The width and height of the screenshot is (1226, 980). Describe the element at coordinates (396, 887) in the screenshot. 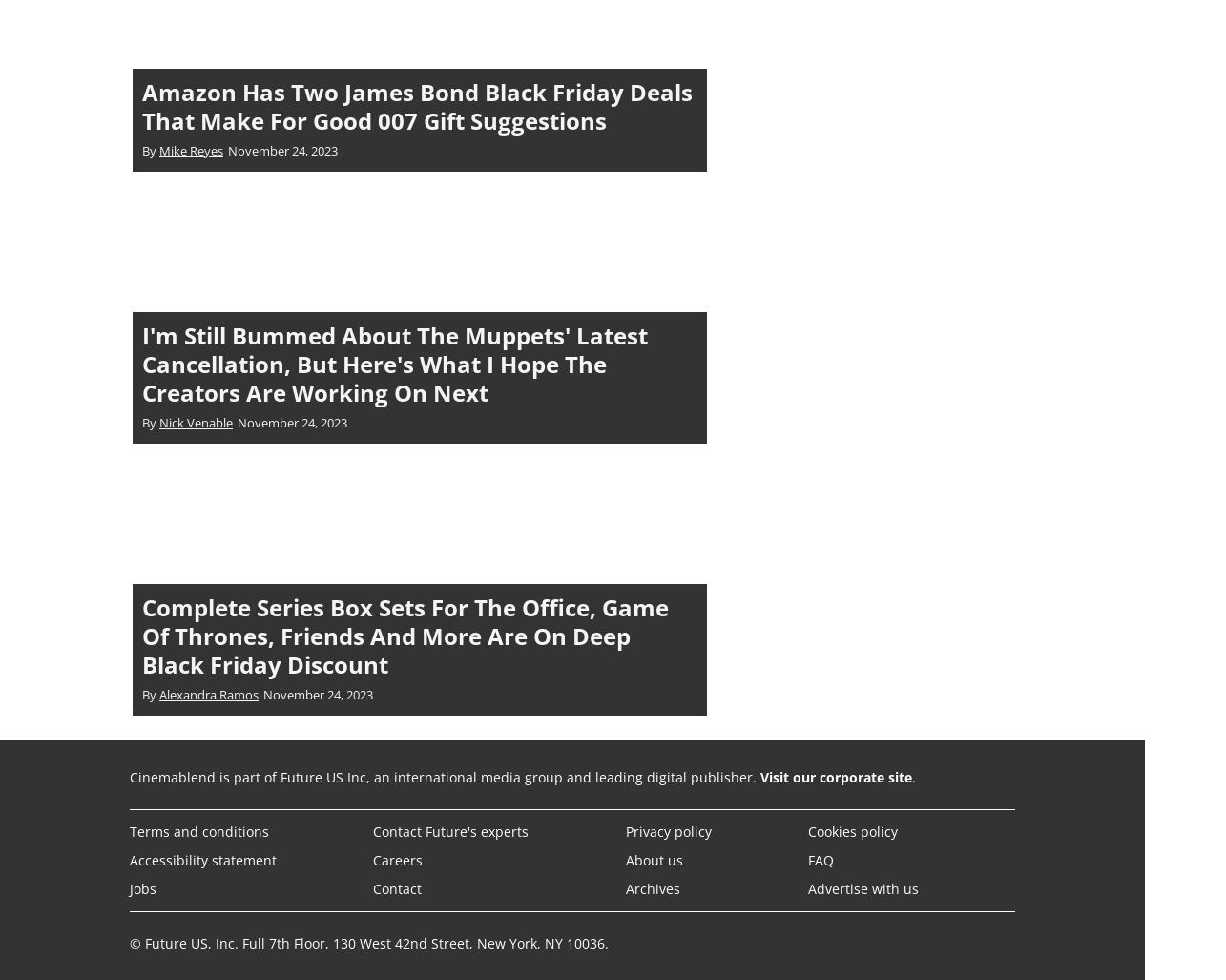

I see `'Contact'` at that location.